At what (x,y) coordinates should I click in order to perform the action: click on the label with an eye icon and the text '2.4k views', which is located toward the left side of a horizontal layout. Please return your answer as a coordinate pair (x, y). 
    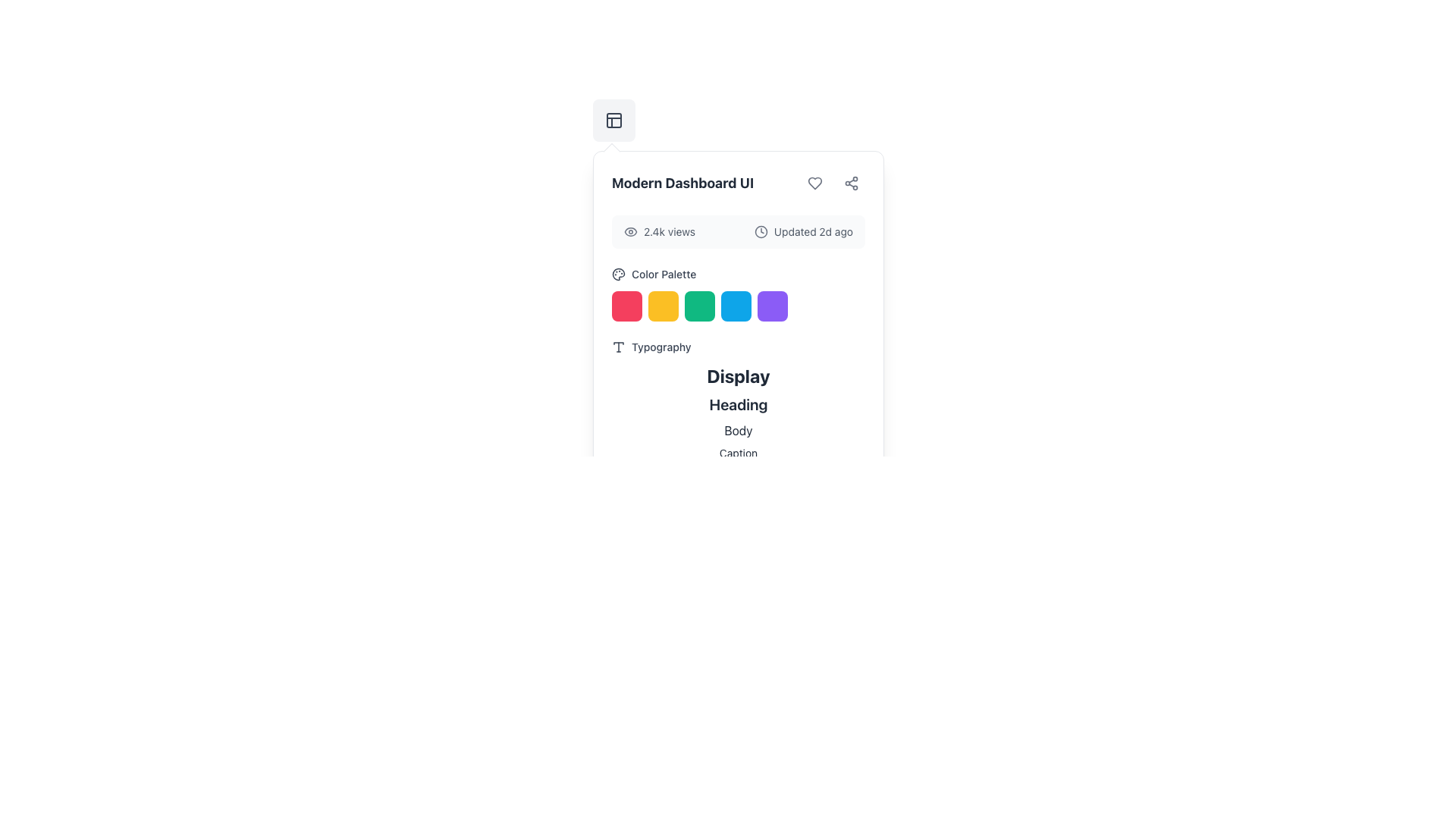
    Looking at the image, I should click on (659, 231).